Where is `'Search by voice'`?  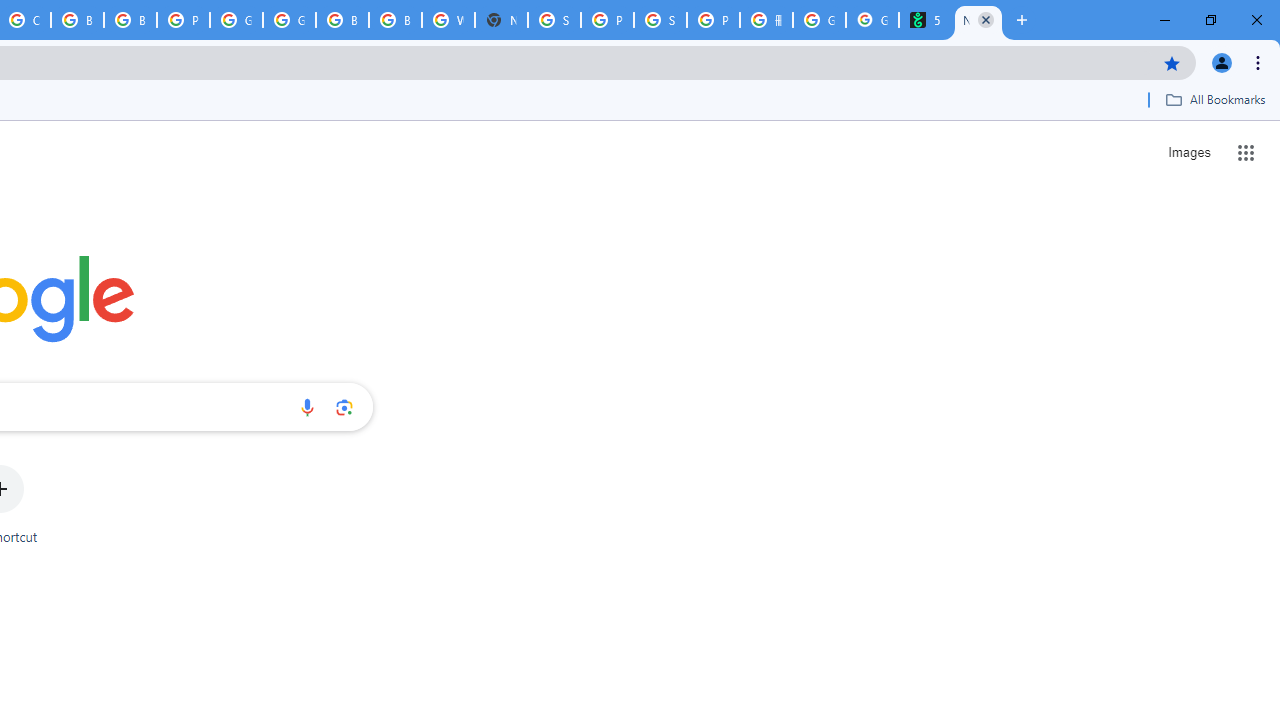 'Search by voice' is located at coordinates (306, 406).